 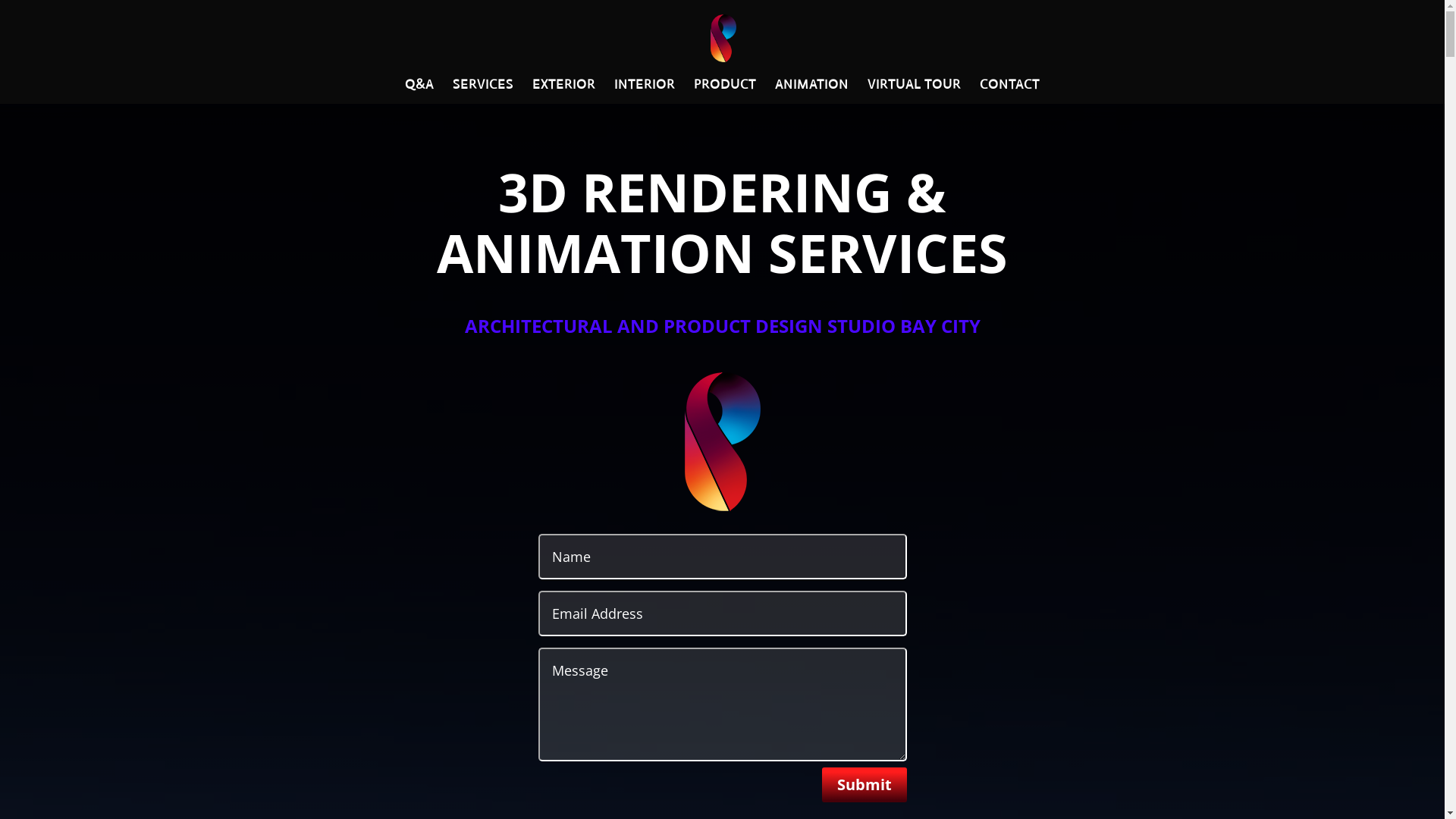 What do you see at coordinates (864, 784) in the screenshot?
I see `'Submit'` at bounding box center [864, 784].